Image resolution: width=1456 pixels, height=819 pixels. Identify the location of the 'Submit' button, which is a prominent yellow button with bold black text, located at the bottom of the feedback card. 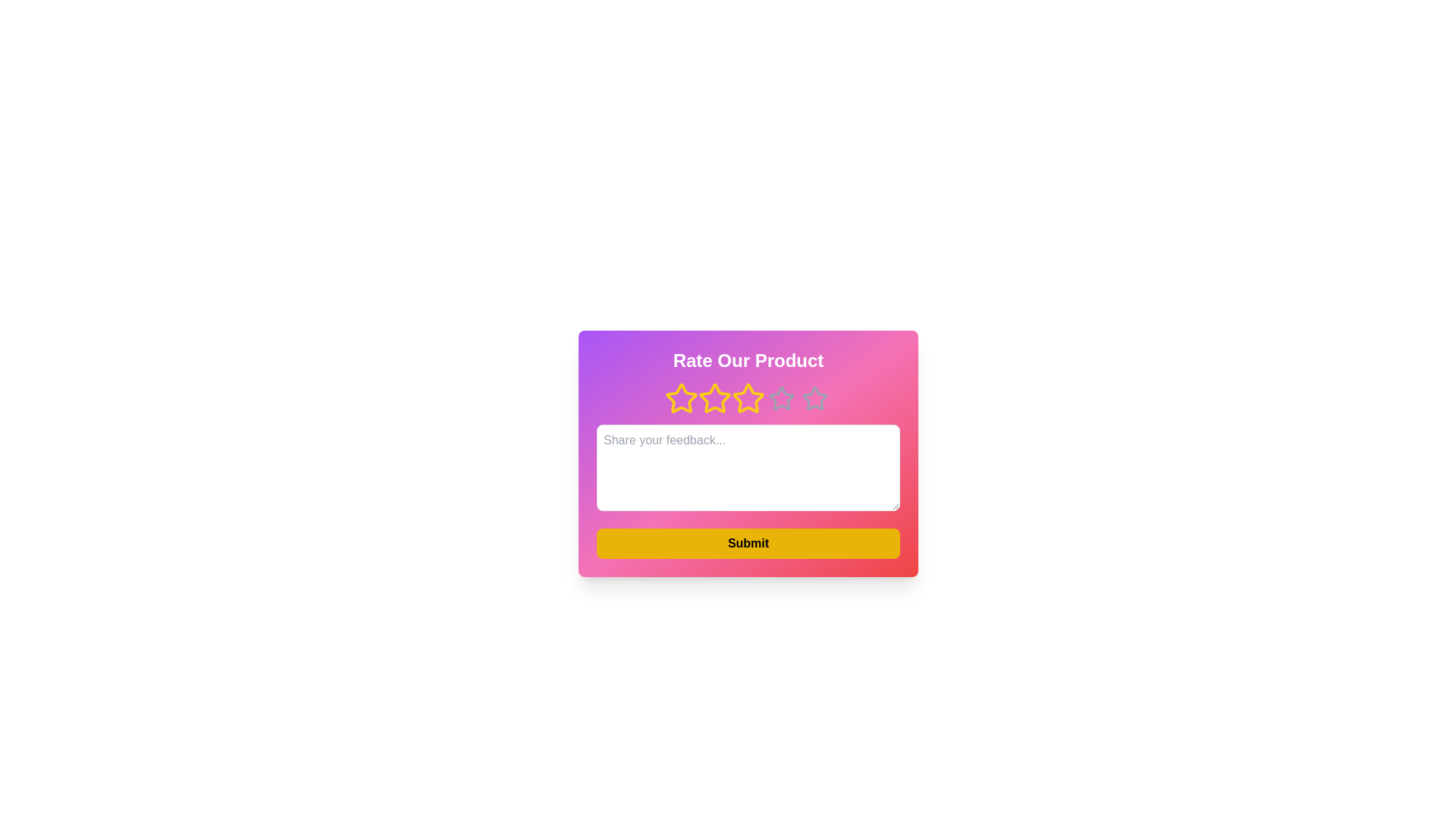
(748, 543).